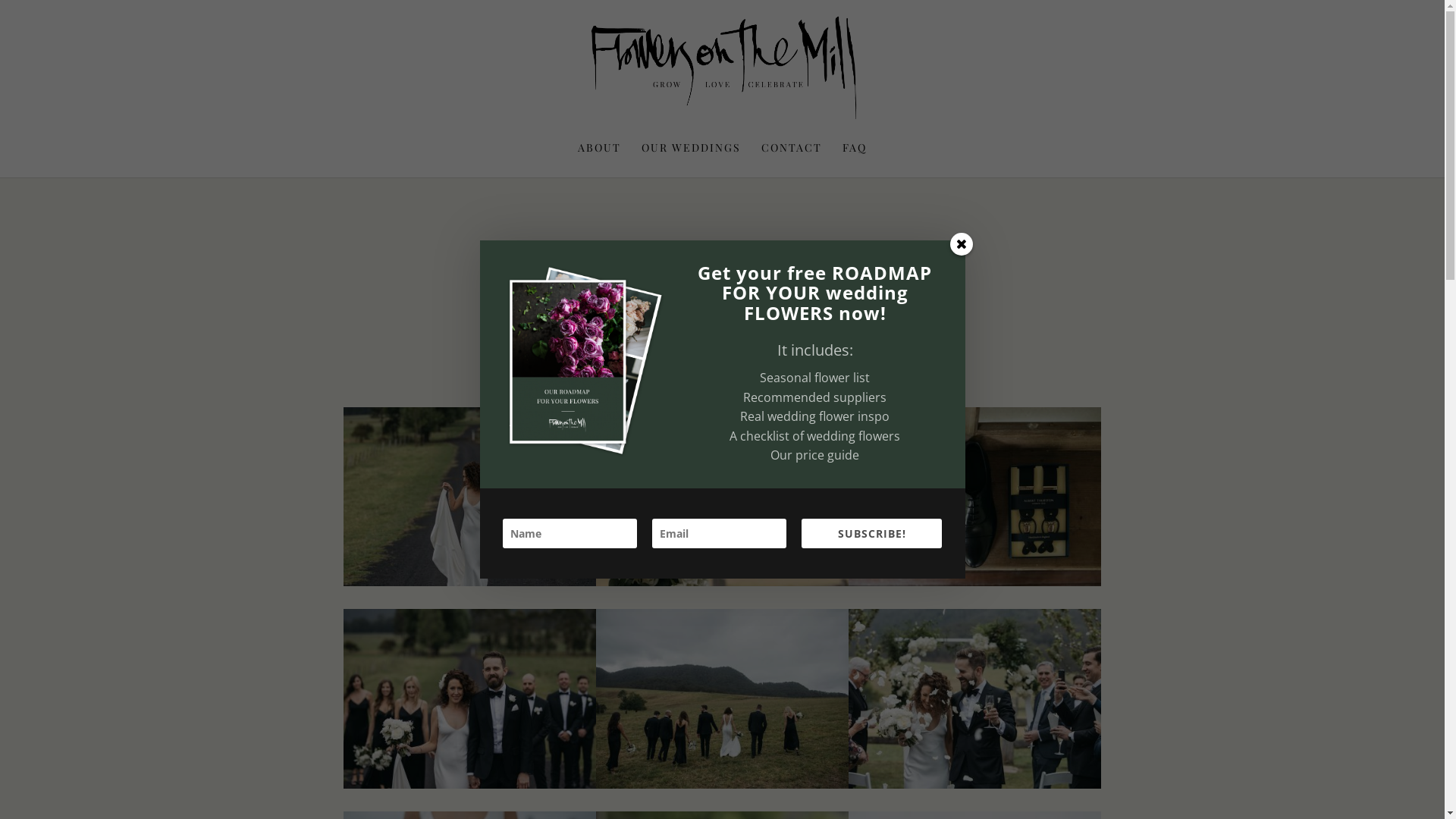 This screenshot has width=1456, height=819. I want to click on 'CONTACT', so click(790, 160).